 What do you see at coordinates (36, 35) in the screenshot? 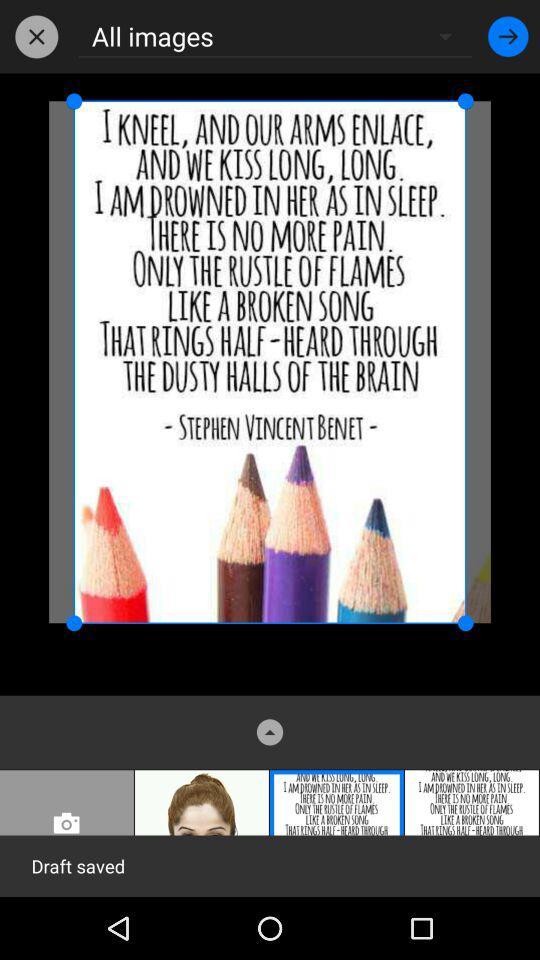
I see `icon next to all images item` at bounding box center [36, 35].